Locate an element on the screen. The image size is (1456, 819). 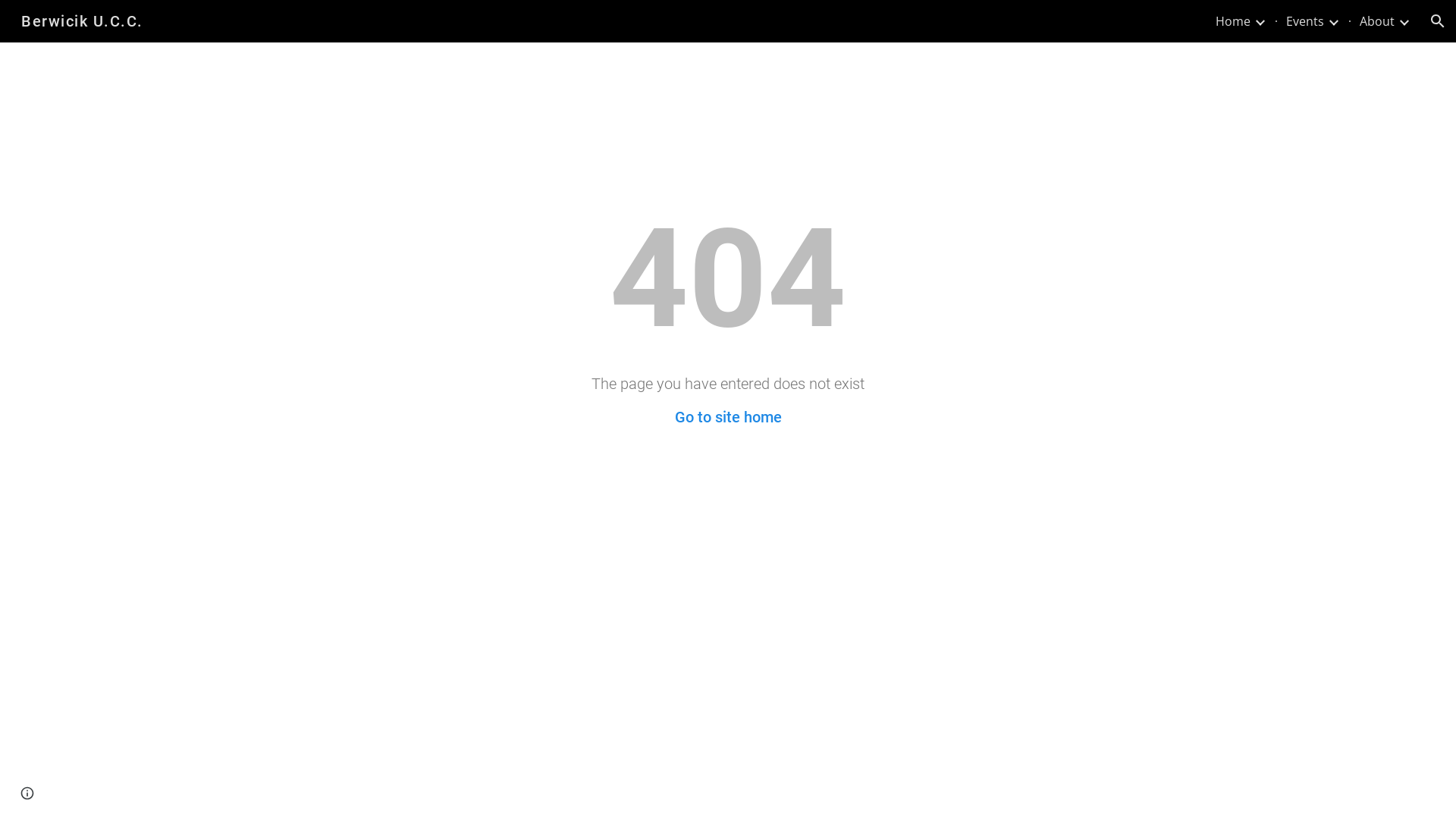
'Expand/Collapse' is located at coordinates (1325, 20).